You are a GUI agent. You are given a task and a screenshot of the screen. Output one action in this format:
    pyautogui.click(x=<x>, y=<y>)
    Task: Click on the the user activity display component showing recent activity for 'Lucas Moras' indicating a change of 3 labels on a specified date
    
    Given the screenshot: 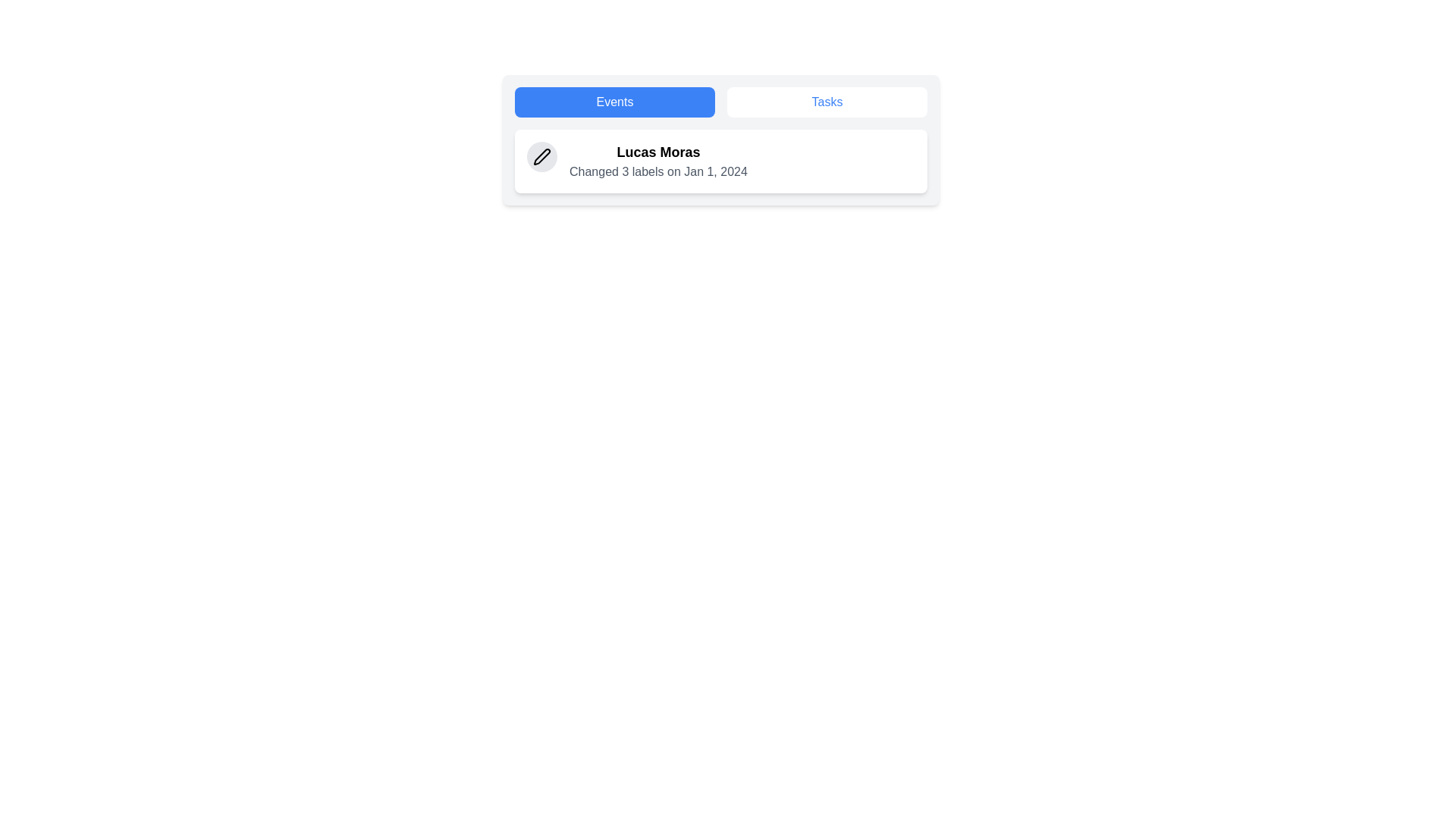 What is the action you would take?
    pyautogui.click(x=720, y=161)
    